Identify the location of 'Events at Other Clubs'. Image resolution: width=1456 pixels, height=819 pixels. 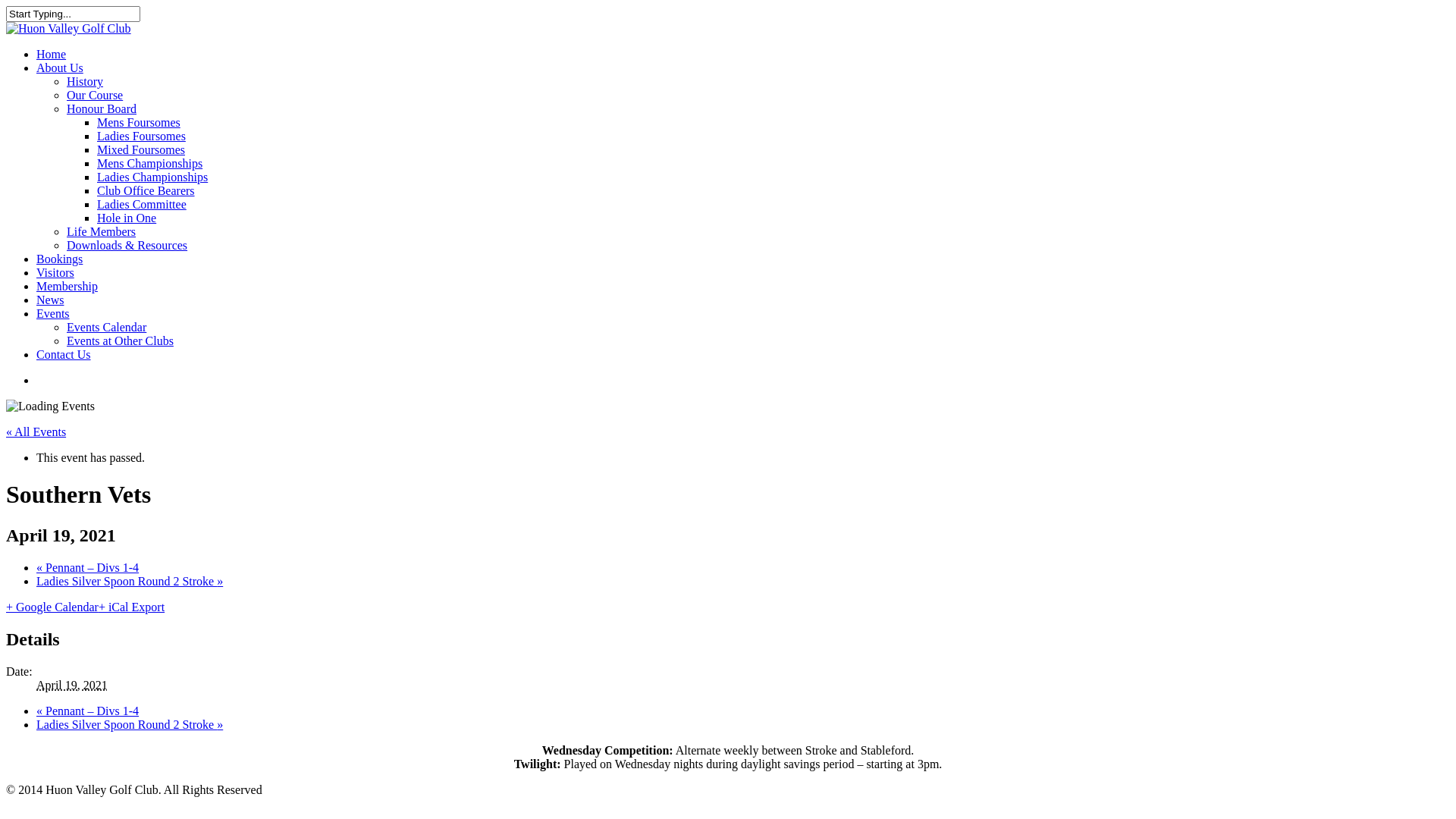
(119, 340).